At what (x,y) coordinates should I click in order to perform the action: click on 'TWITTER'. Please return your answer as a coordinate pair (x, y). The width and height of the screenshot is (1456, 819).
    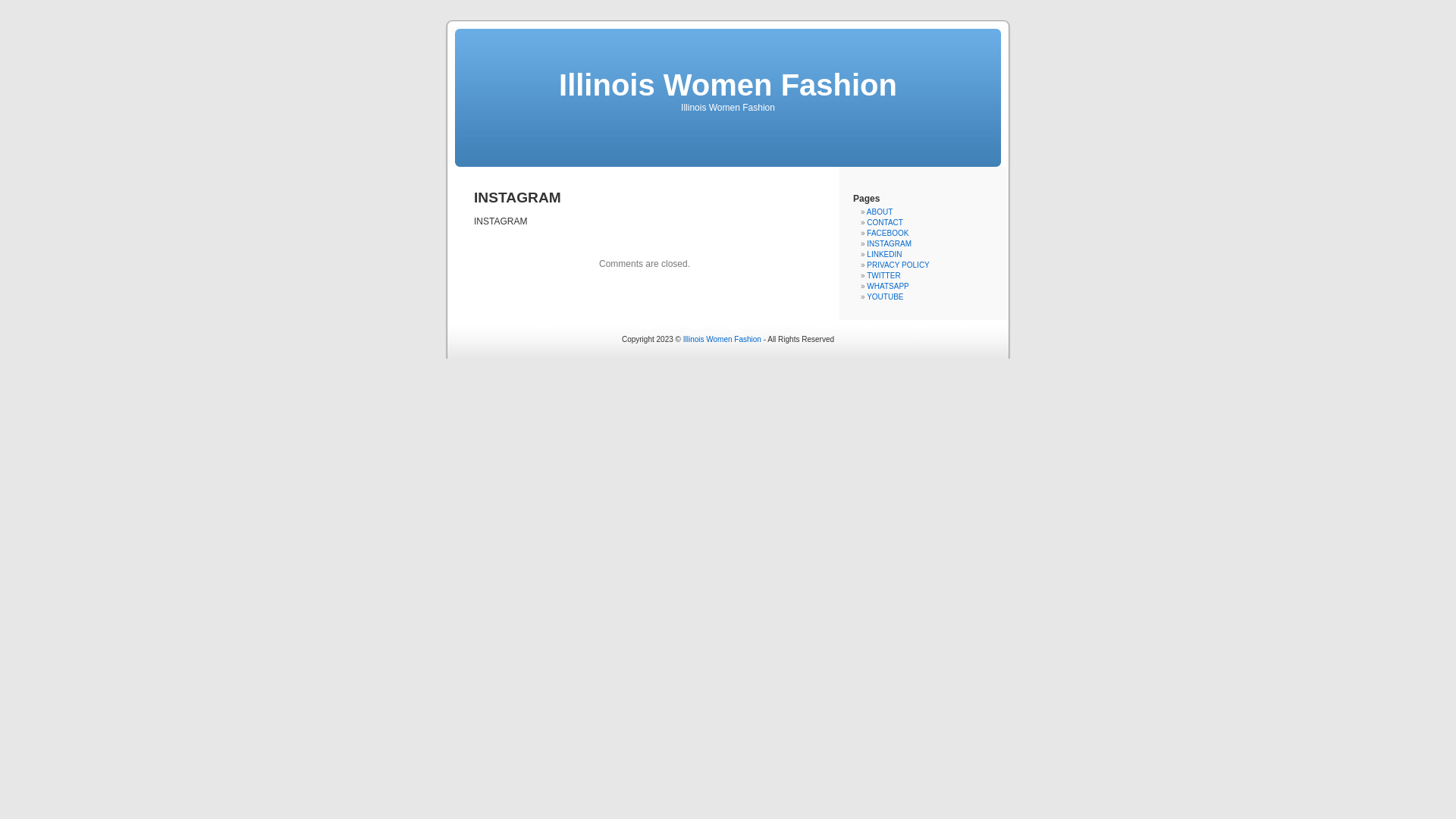
    Looking at the image, I should click on (883, 275).